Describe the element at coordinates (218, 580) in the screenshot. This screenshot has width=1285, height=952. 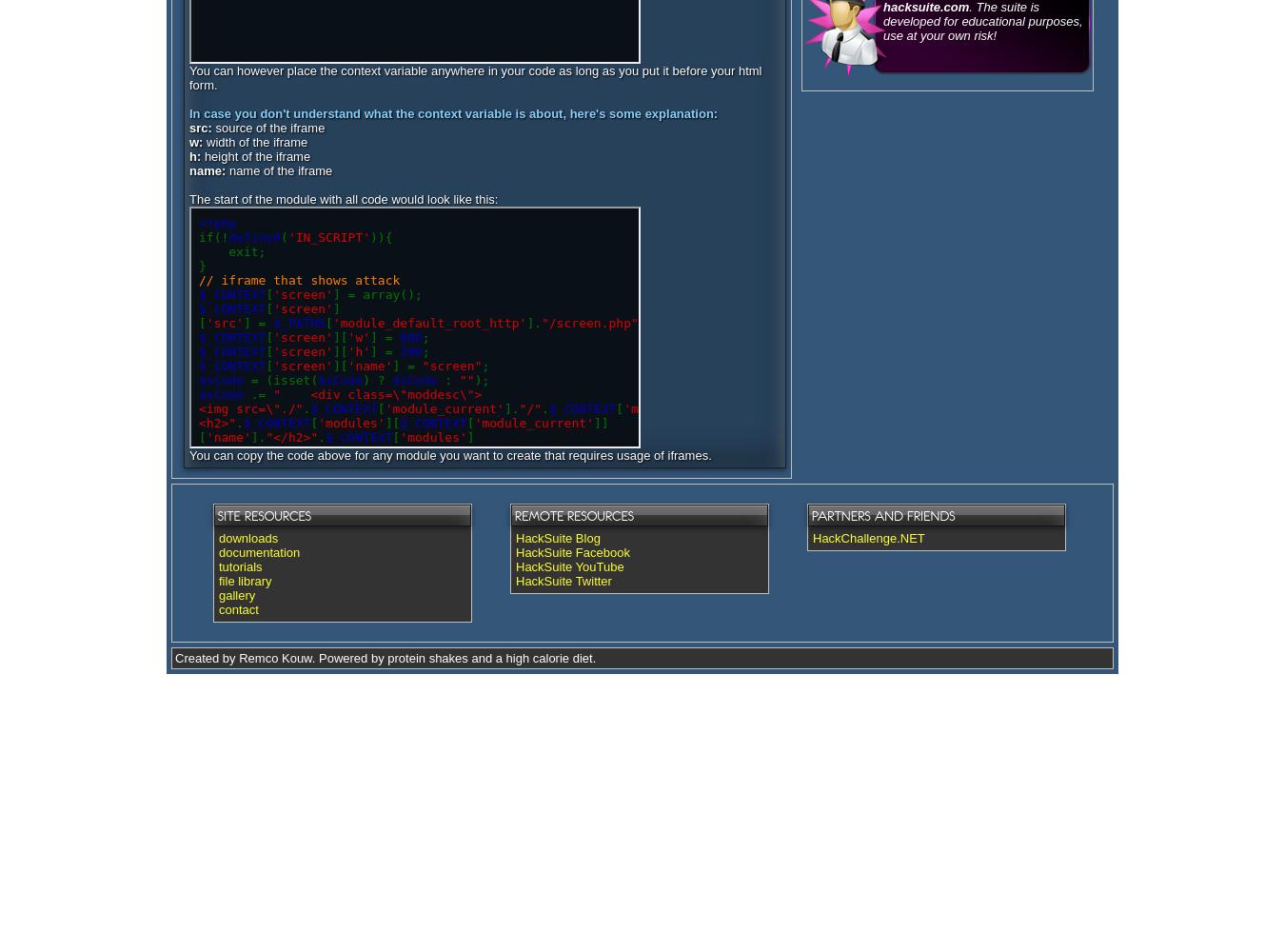
I see `'file library'` at that location.